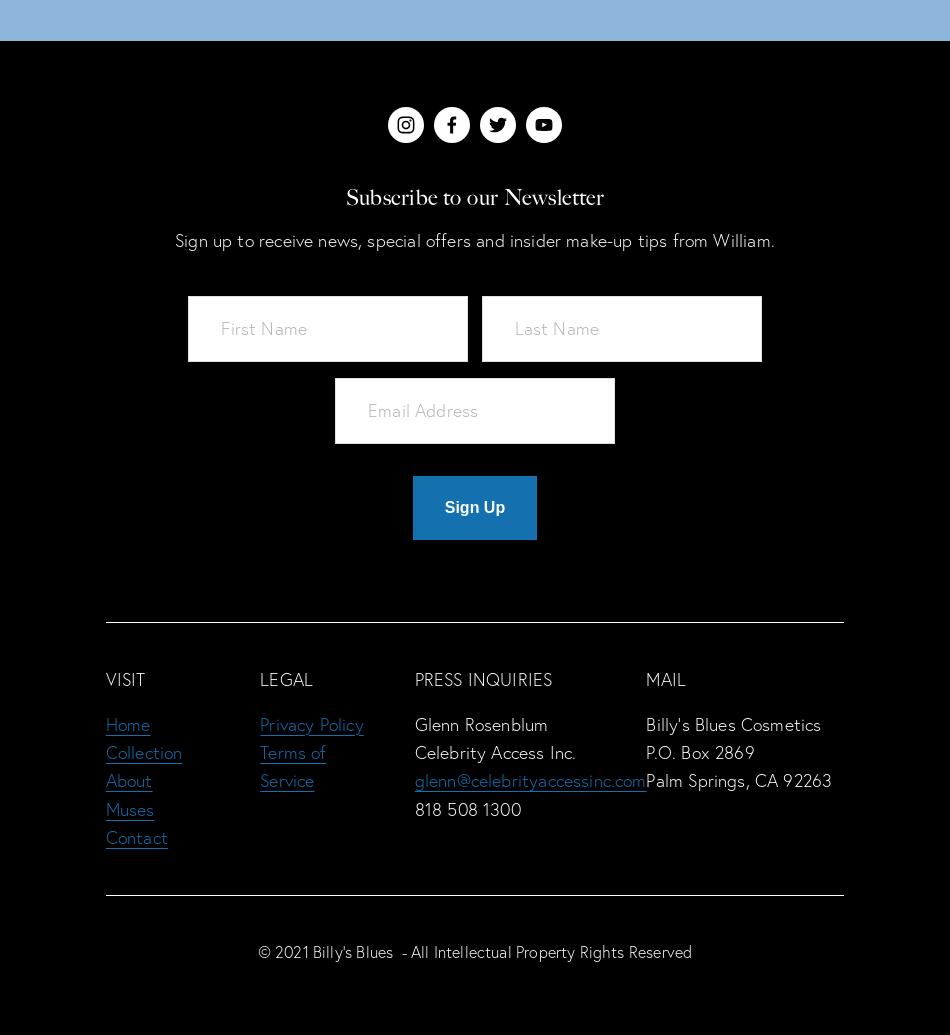 The image size is (950, 1035). What do you see at coordinates (285, 678) in the screenshot?
I see `'LEGAL'` at bounding box center [285, 678].